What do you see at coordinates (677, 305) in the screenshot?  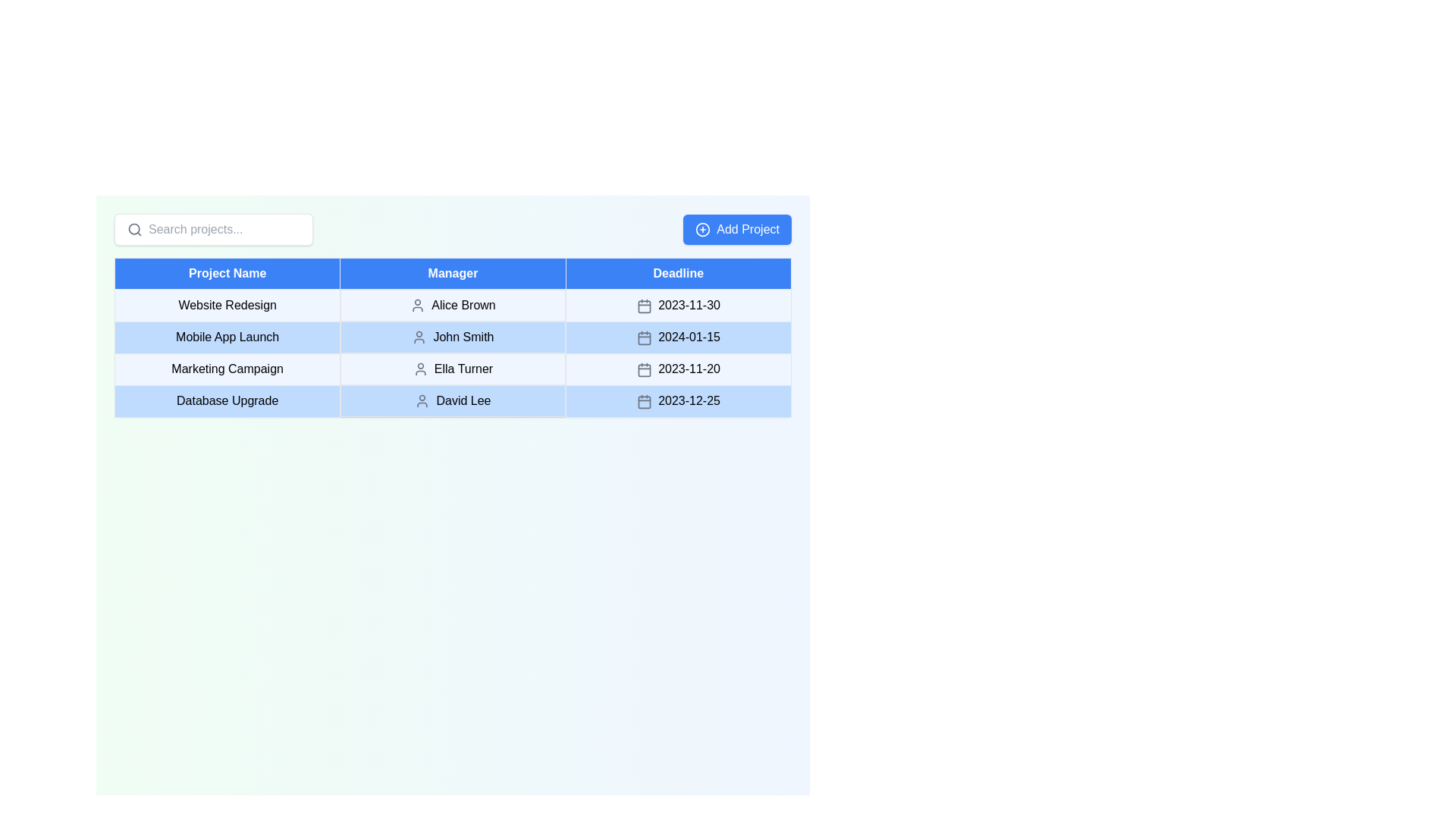 I see `the text displaying '2023-11-30' with a calendar icon located in the 'Deadline' column of the 'Website Redesign' row in the table structure` at bounding box center [677, 305].